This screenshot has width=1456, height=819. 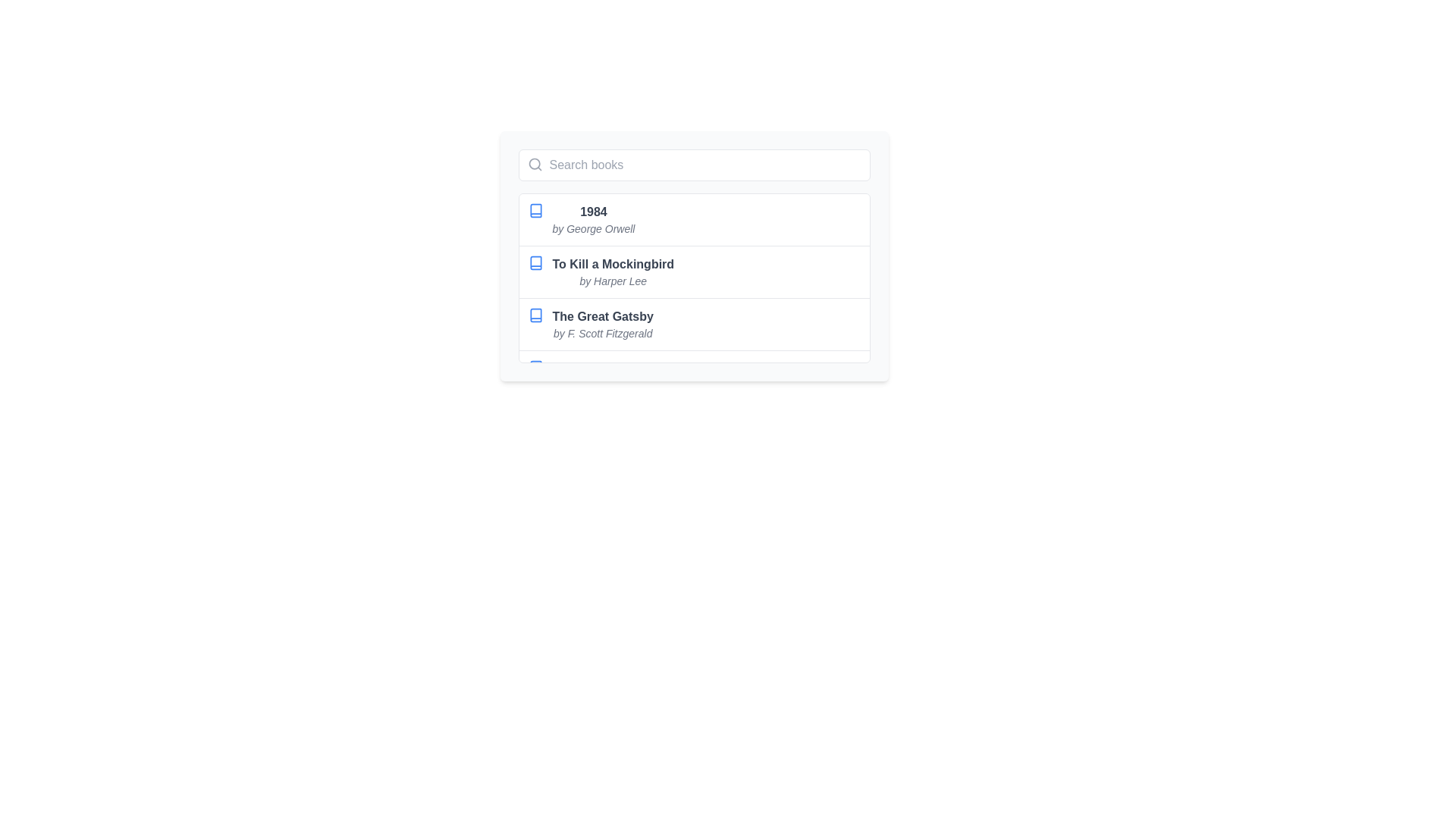 What do you see at coordinates (535, 164) in the screenshot?
I see `the circular gray magnifying glass icon located inside the search bar, adjacent to the placeholder text 'Search books'` at bounding box center [535, 164].